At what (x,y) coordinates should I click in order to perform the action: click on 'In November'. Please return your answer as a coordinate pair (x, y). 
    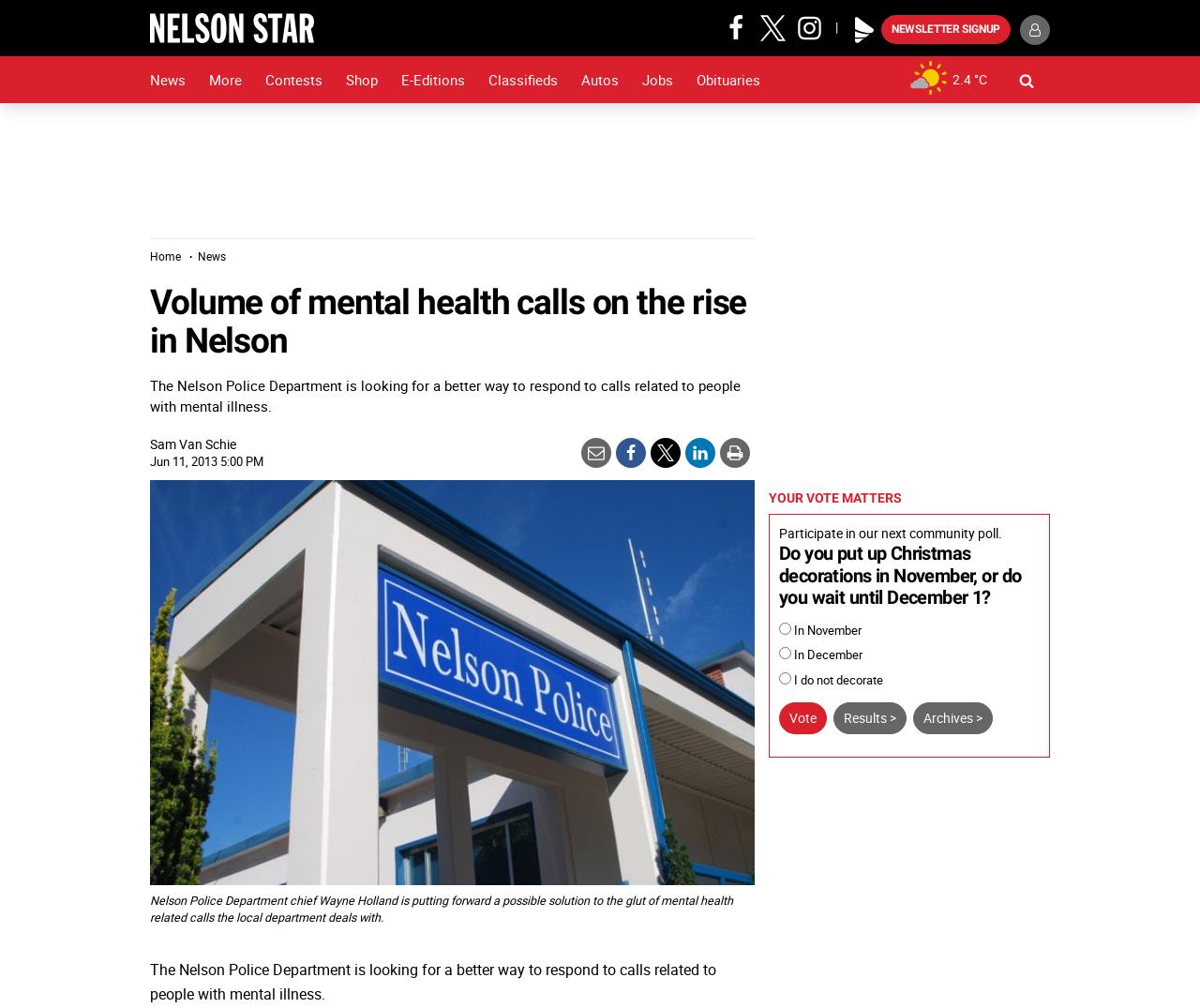
    Looking at the image, I should click on (825, 629).